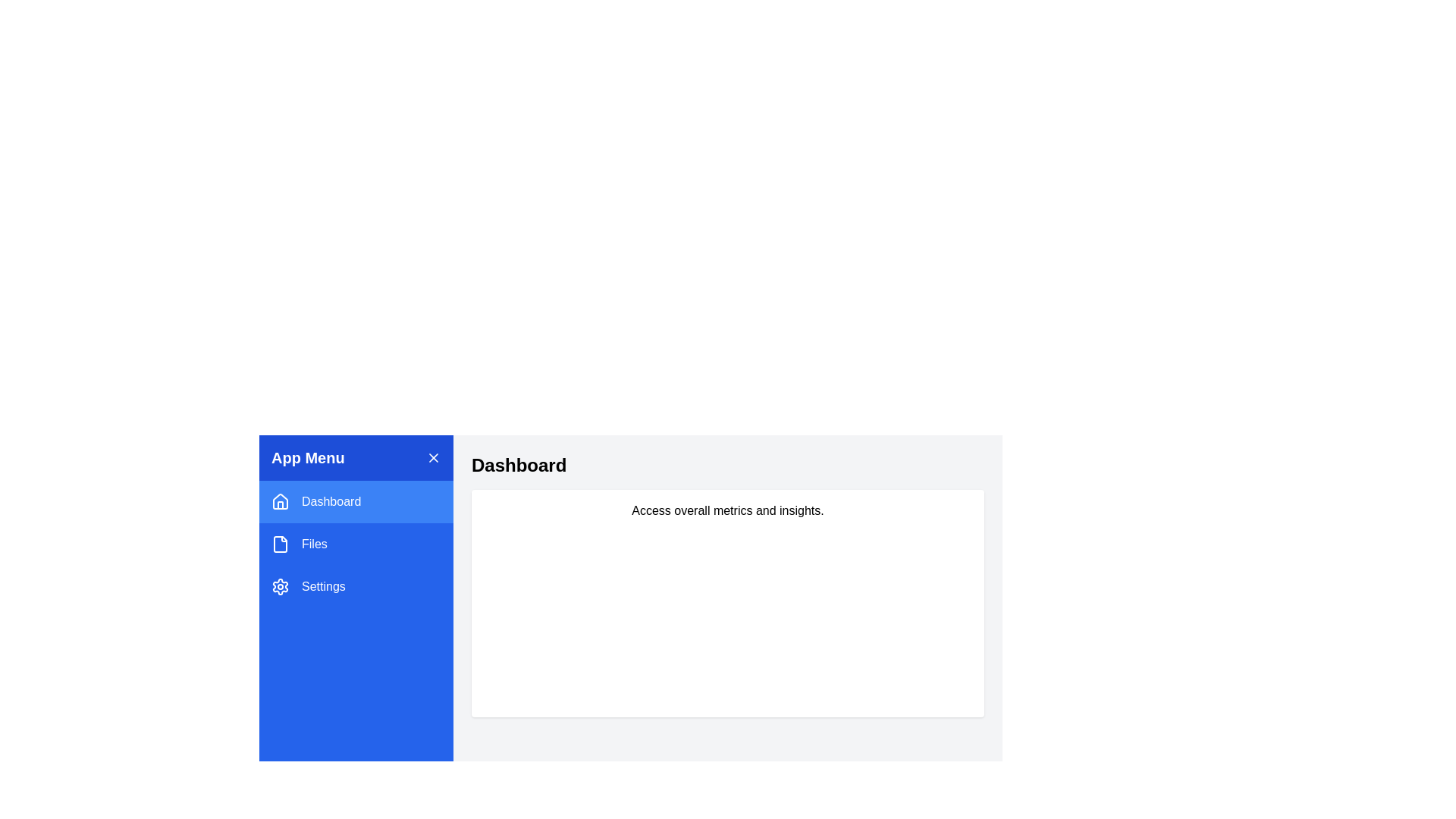  Describe the element at coordinates (356, 586) in the screenshot. I see `the menu item Settings to display its content` at that location.